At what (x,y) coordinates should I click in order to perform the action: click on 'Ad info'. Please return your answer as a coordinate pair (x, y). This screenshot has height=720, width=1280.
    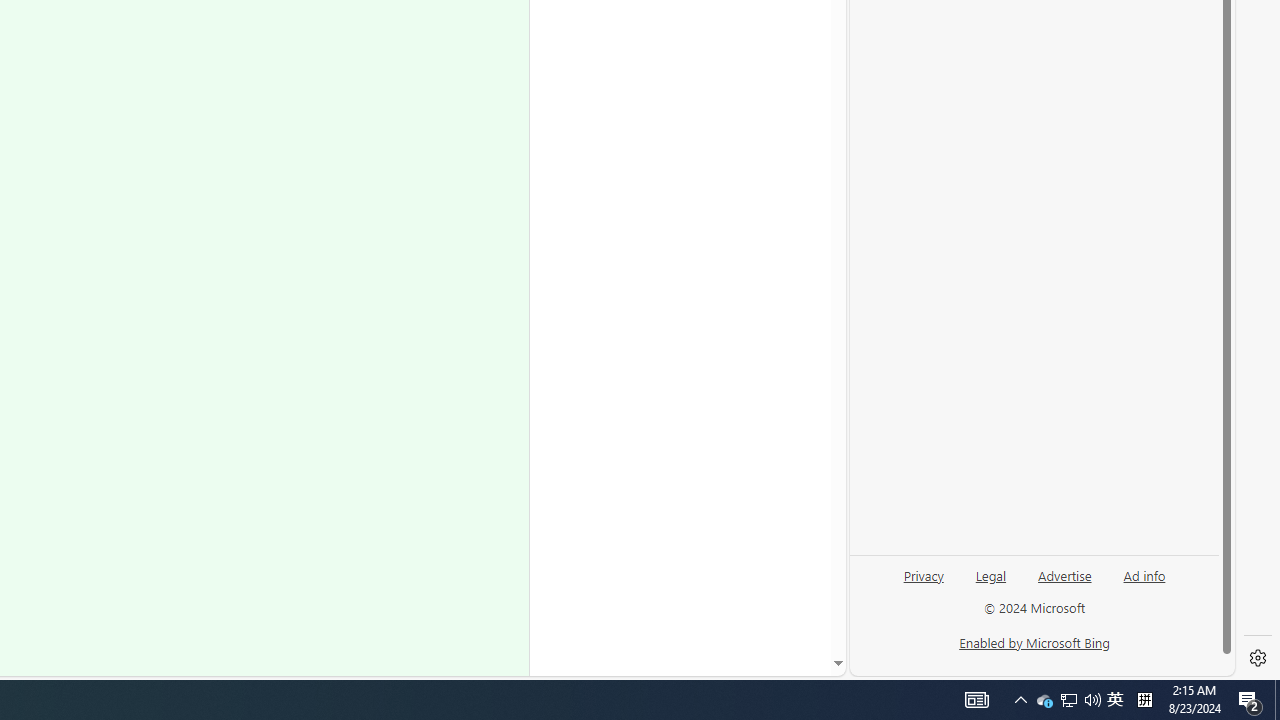
    Looking at the image, I should click on (1144, 583).